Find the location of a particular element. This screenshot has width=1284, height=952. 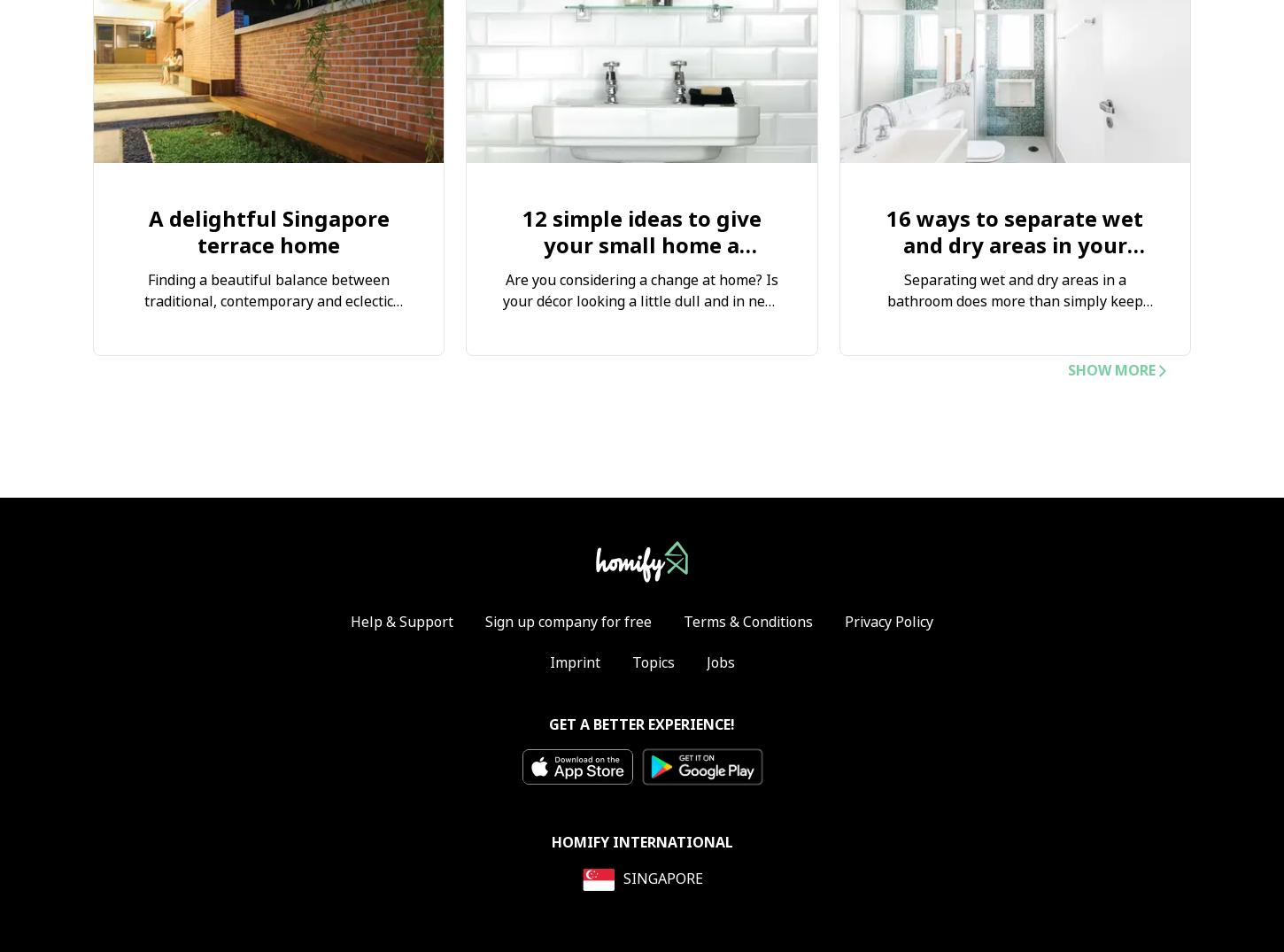

'Are you considering a change at home? Is
your décor looking a little dull and in need to a revamp? Today on homify we’re
going to take a look at 12 simple and spectacular alterations that will
revitalise your abode quickly and easily.' is located at coordinates (639, 334).